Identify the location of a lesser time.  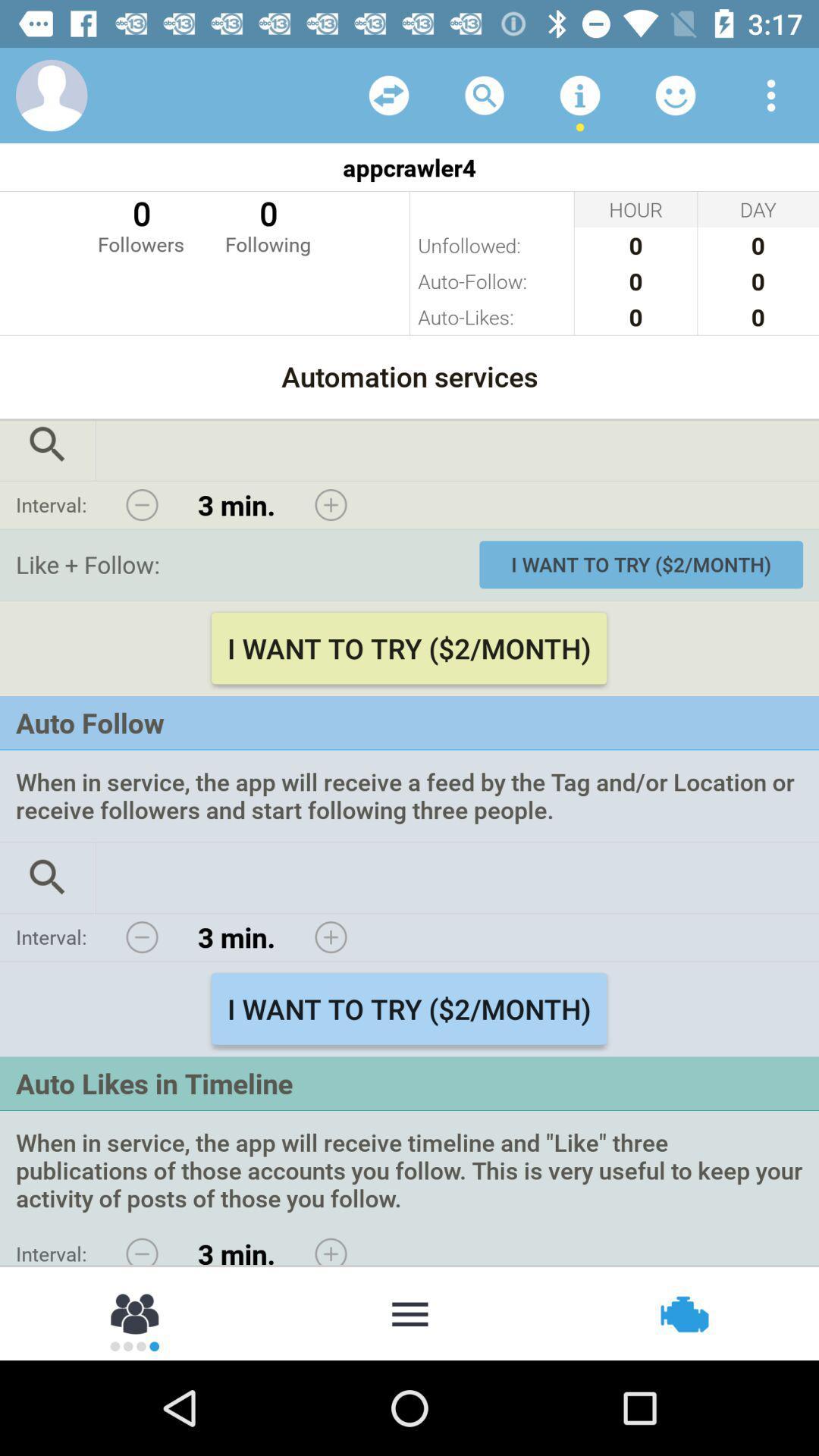
(142, 937).